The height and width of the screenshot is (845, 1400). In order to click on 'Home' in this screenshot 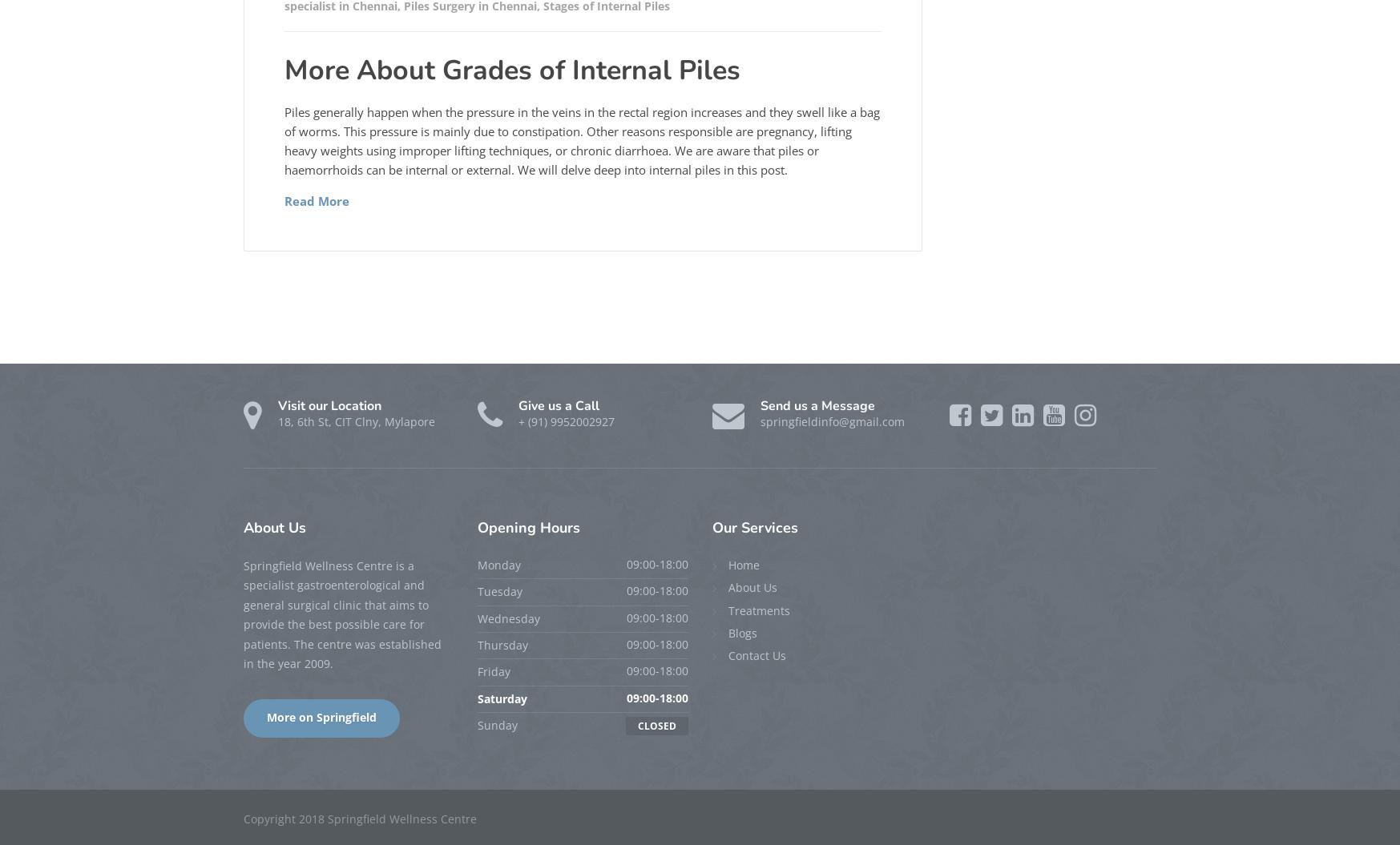, I will do `click(743, 564)`.